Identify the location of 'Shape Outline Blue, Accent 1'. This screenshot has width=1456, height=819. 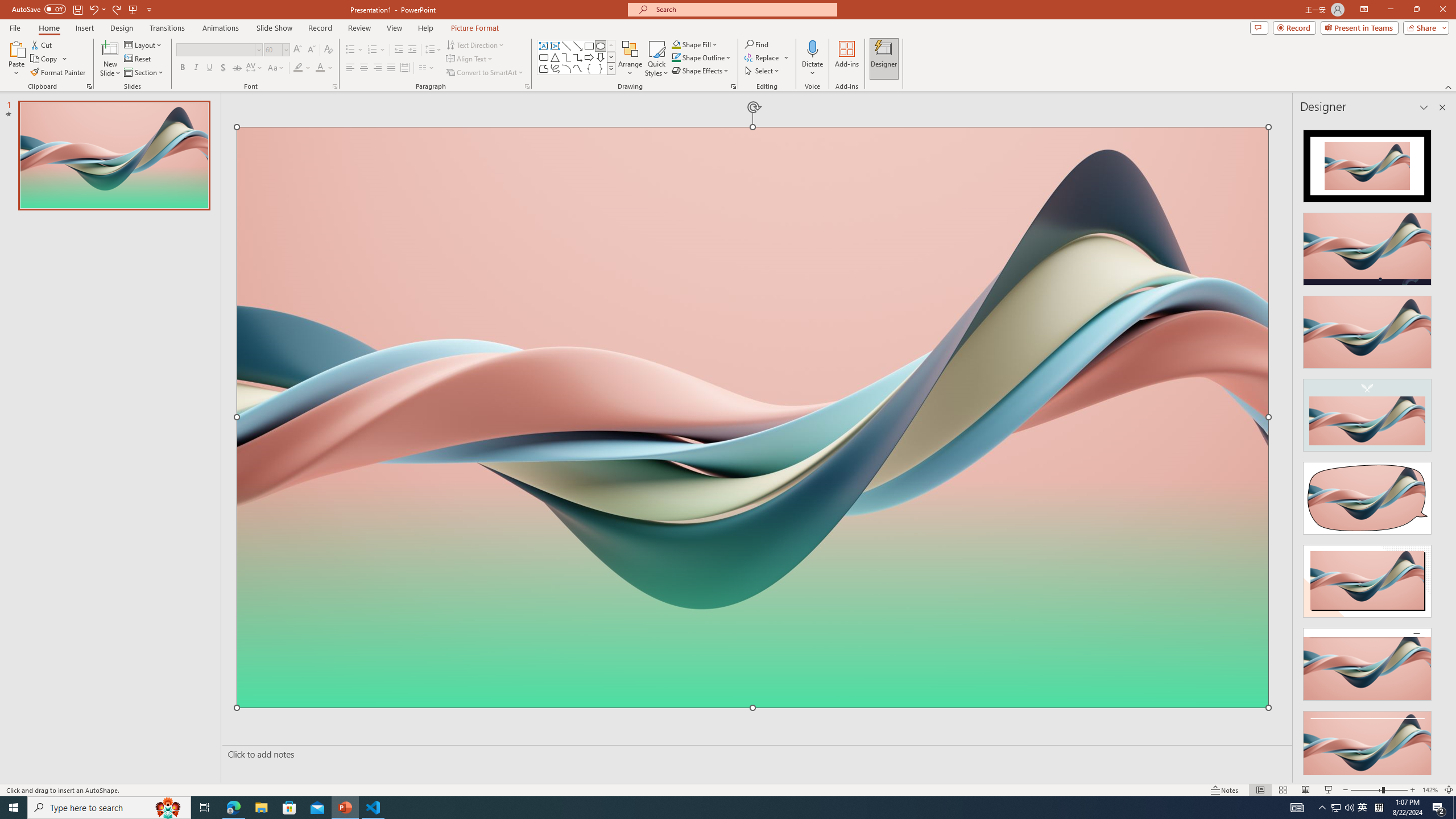
(676, 56).